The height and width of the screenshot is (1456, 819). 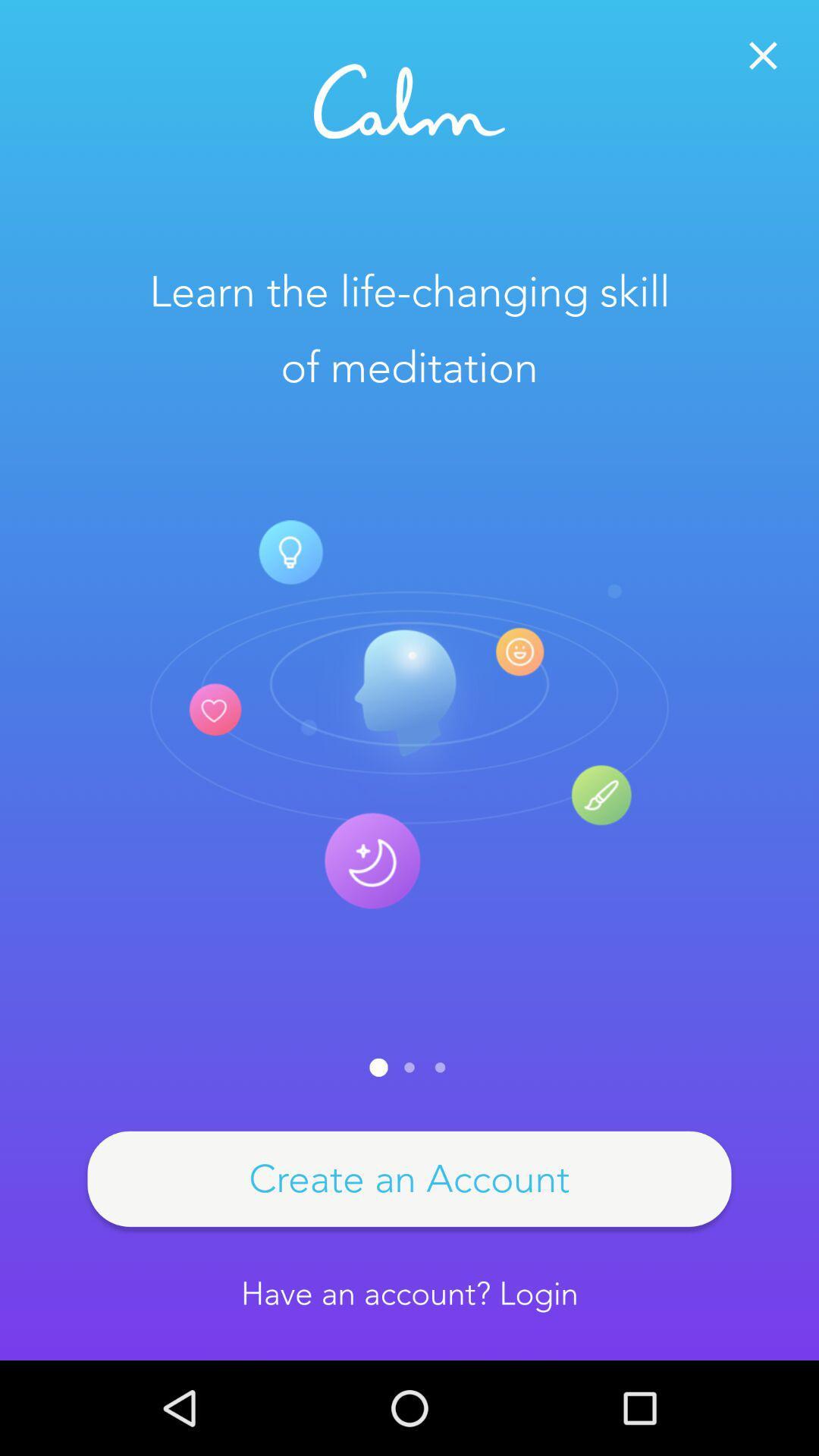 What do you see at coordinates (763, 55) in the screenshot?
I see `button` at bounding box center [763, 55].